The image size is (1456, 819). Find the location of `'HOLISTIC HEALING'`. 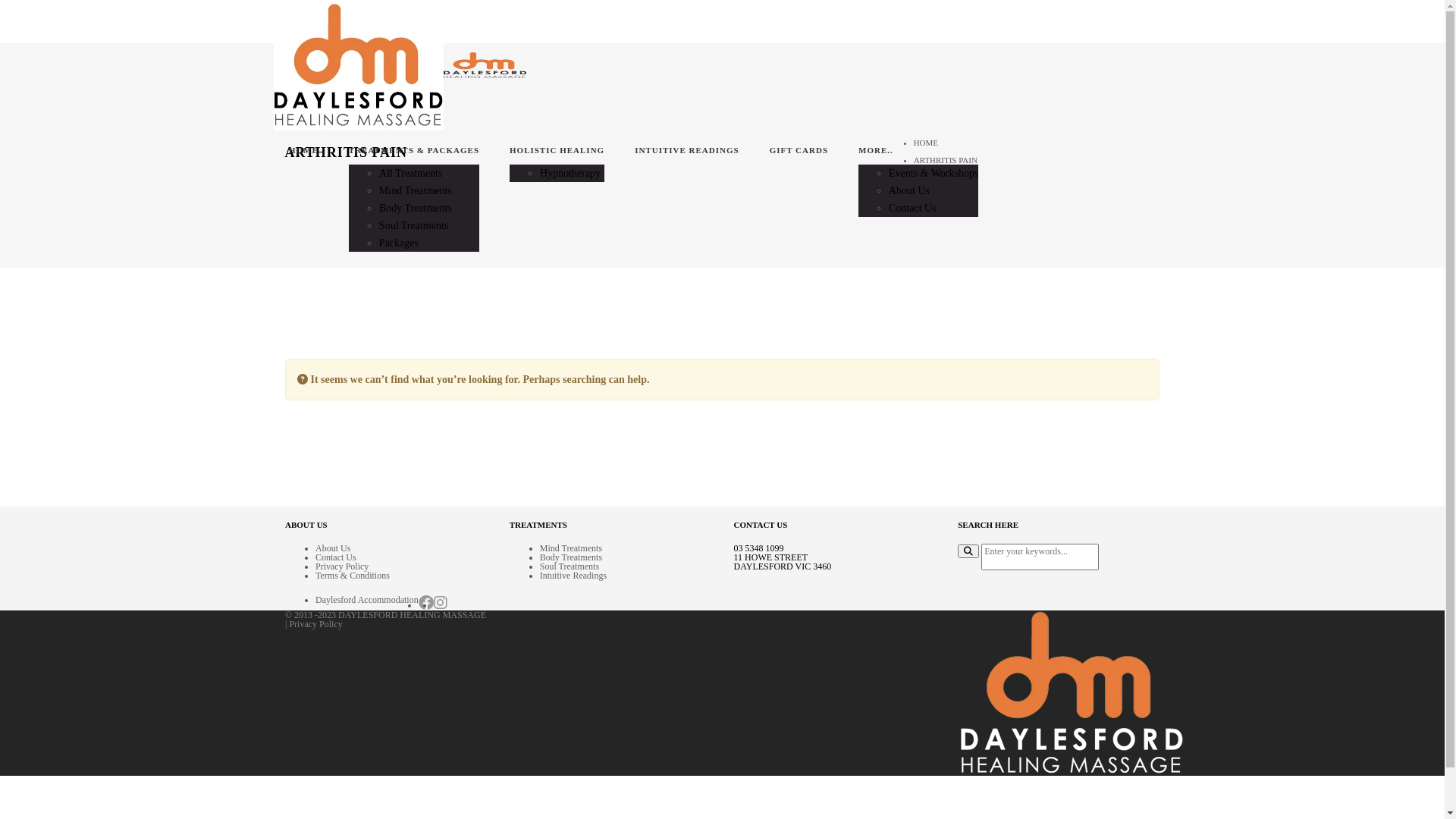

'HOLISTIC HEALING' is located at coordinates (510, 151).